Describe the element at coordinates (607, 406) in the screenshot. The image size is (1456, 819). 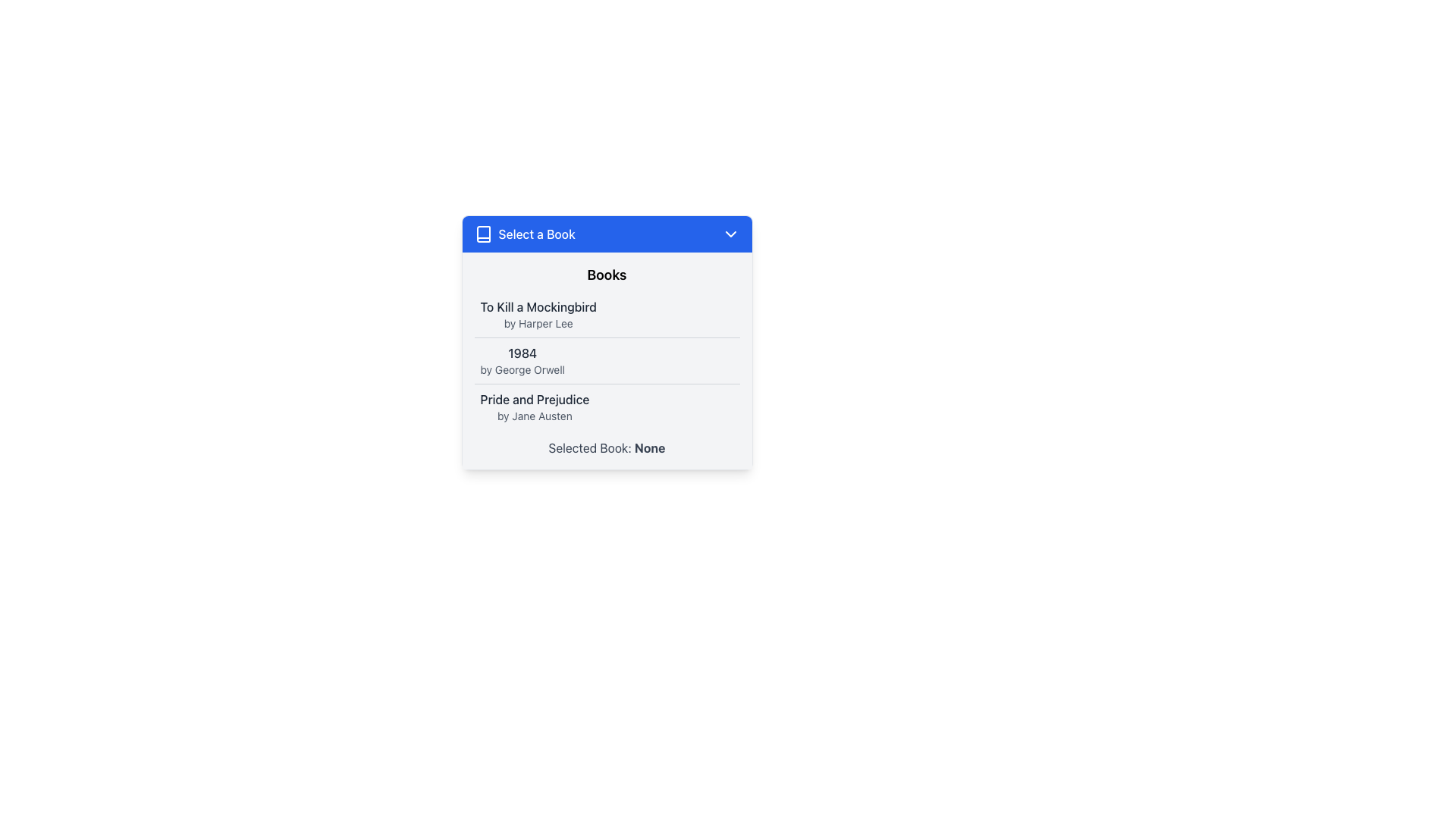
I see `the list item displaying 'Pride and Prejudice' by Jane Austen` at that location.